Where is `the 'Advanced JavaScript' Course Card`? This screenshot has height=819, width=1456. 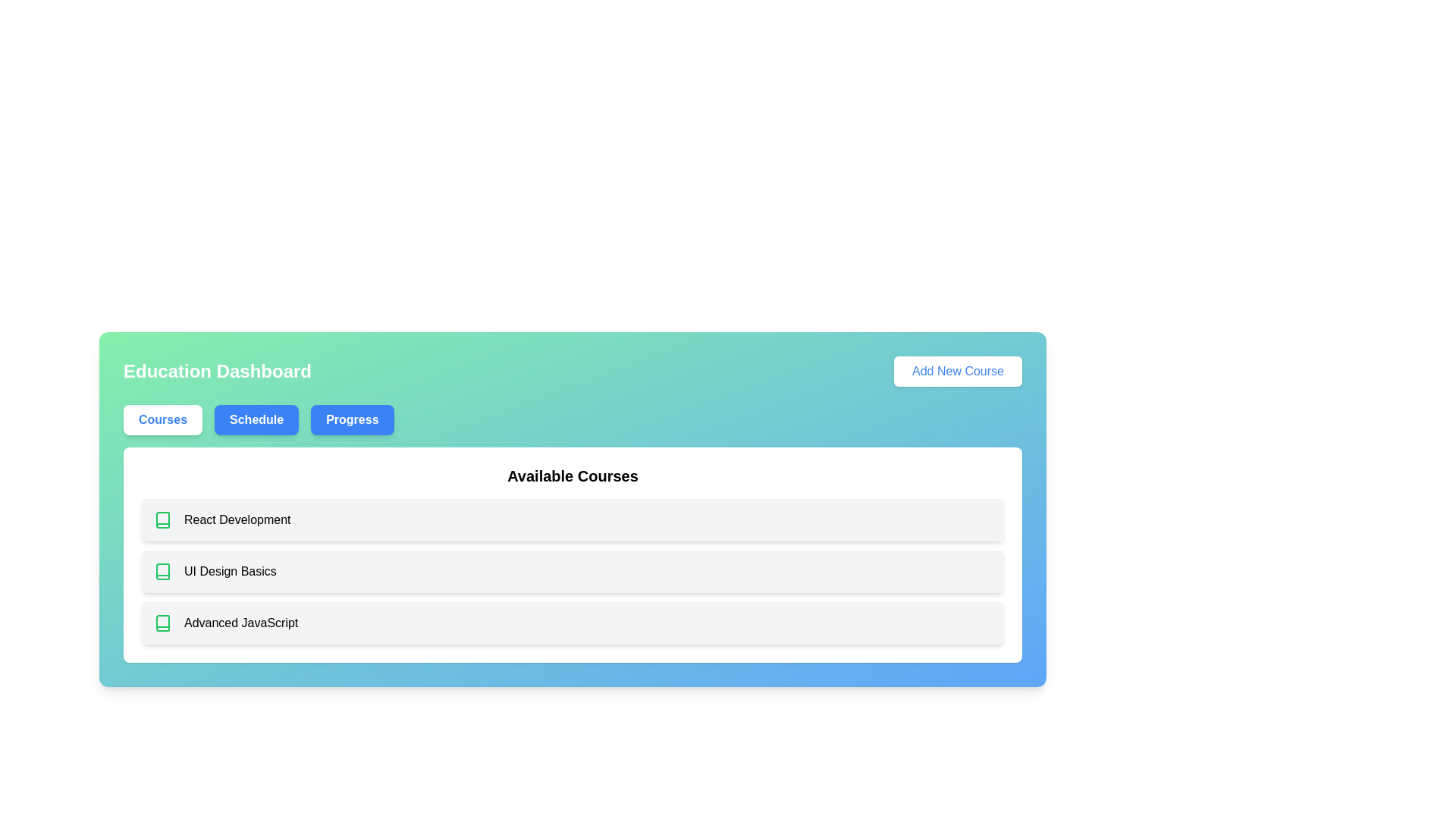 the 'Advanced JavaScript' Course Card is located at coordinates (572, 623).